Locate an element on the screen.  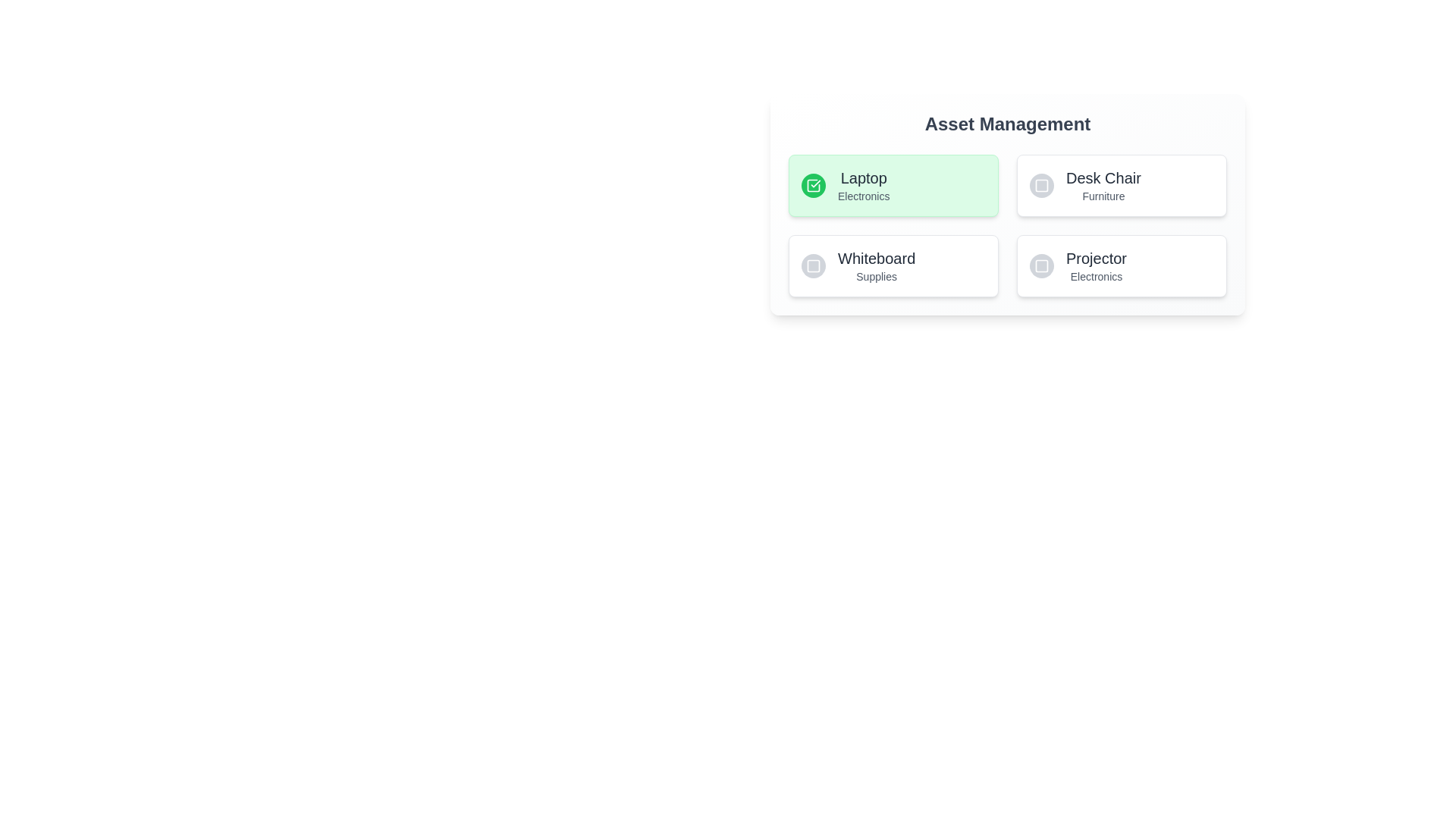
the asset item identified by Desk Chair is located at coordinates (1122, 185).